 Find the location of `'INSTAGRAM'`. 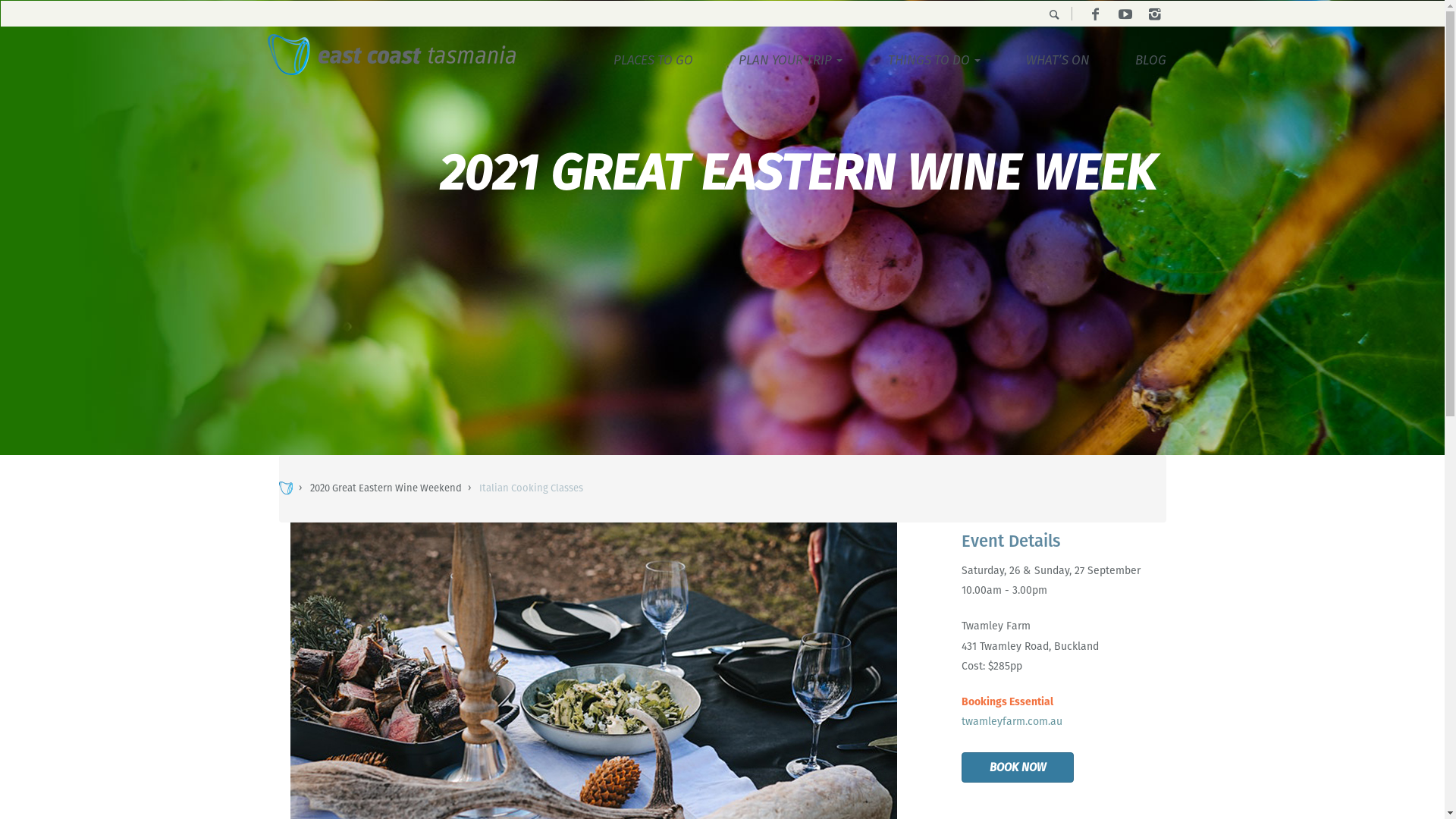

'INSTAGRAM' is located at coordinates (1153, 14).